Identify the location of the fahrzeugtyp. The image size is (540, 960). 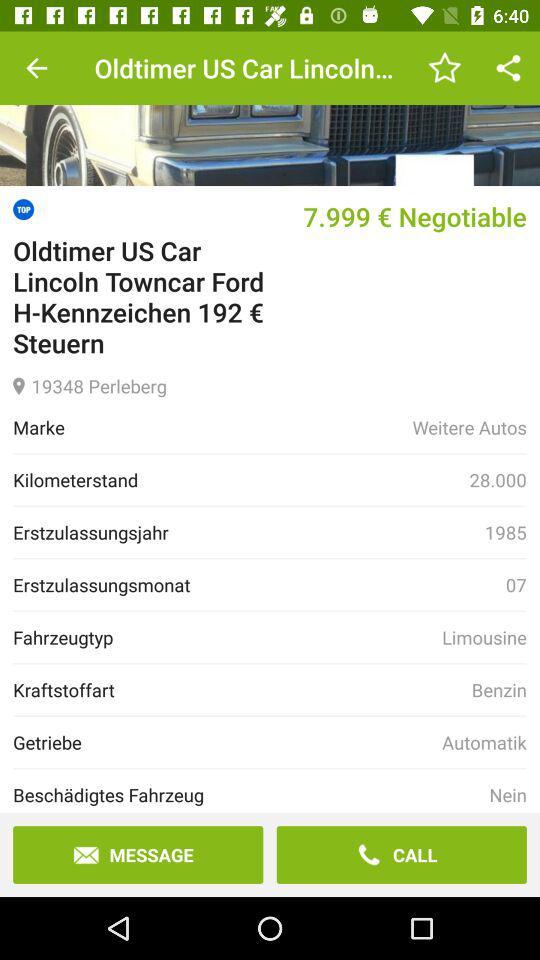
(226, 636).